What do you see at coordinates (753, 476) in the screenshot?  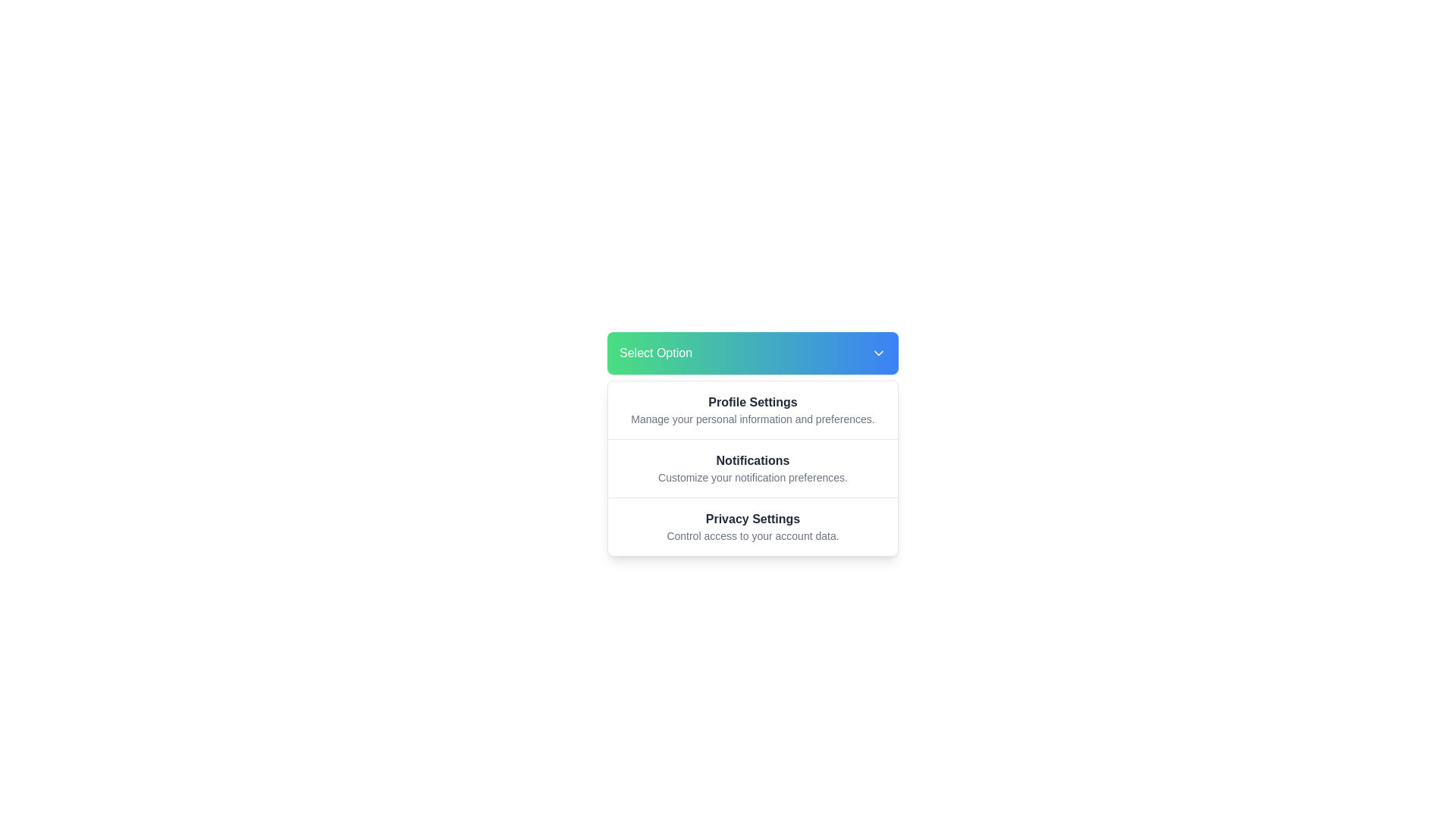 I see `text label 'Customize your notification preferences.' located underneath the 'Notifications' header in the settings menu` at bounding box center [753, 476].